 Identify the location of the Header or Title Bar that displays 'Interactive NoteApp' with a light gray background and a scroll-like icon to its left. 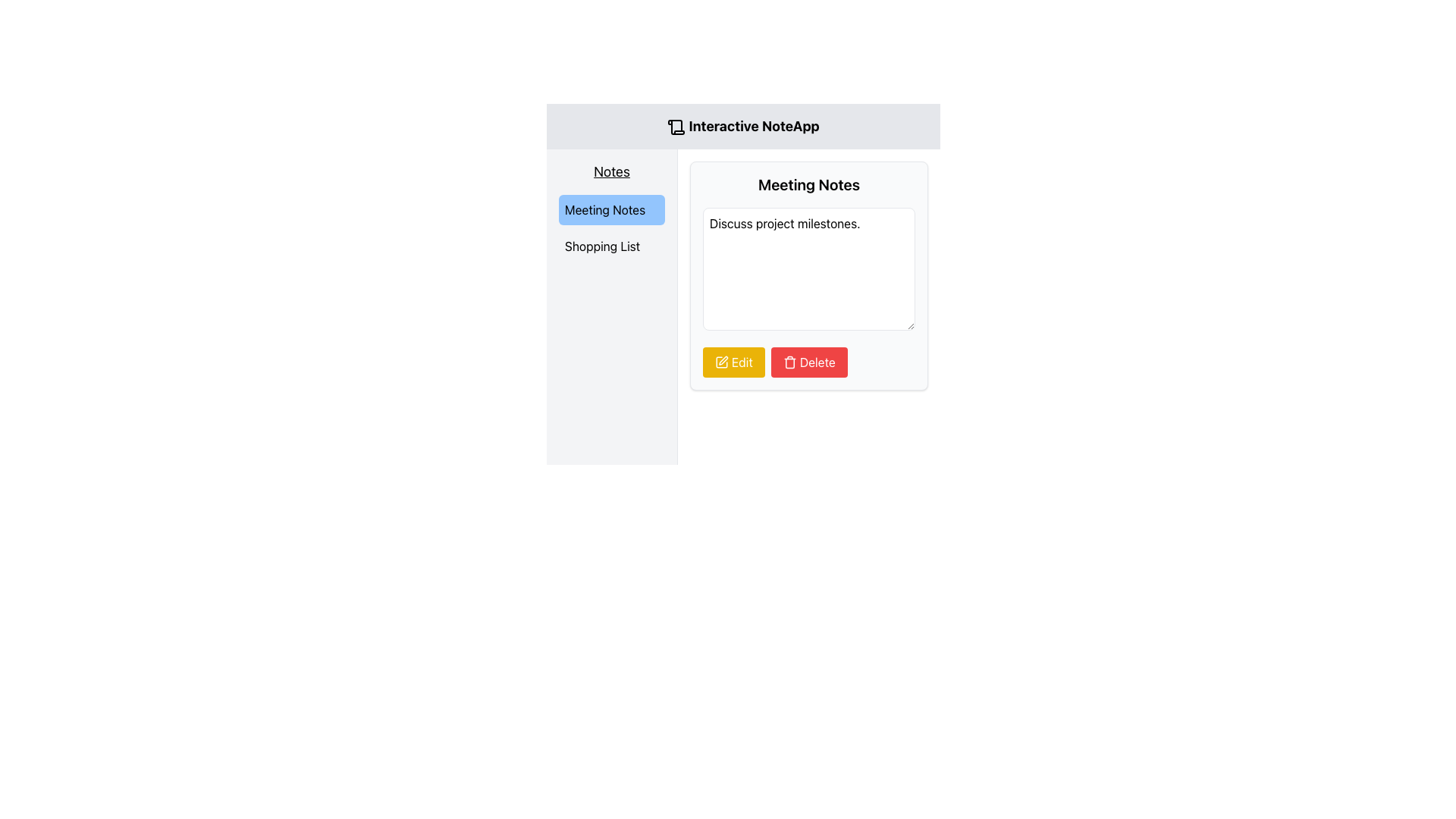
(743, 125).